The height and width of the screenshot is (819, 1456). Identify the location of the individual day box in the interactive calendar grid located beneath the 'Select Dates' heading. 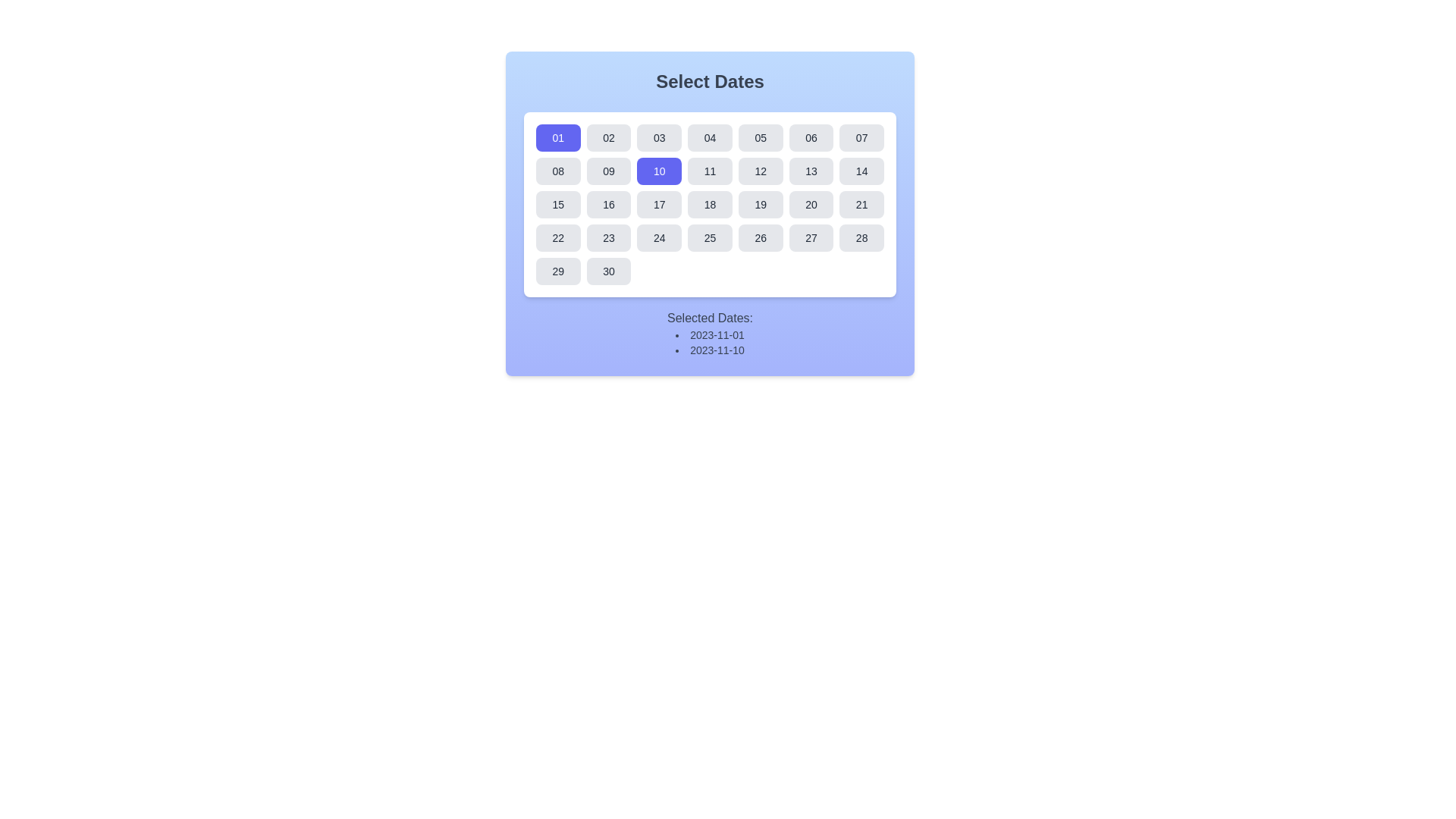
(709, 205).